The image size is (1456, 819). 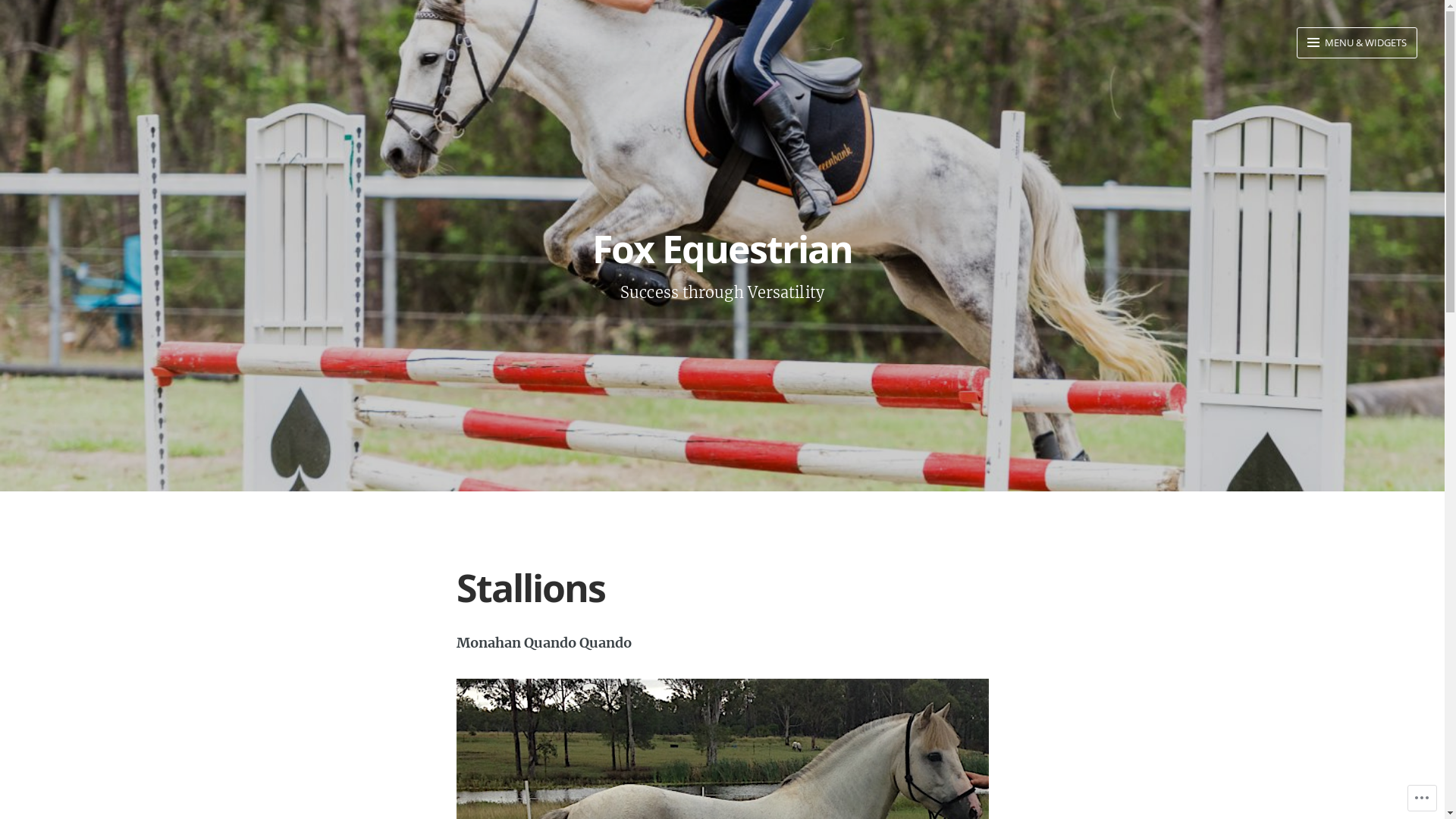 What do you see at coordinates (721, 247) in the screenshot?
I see `'Fox Equestrian'` at bounding box center [721, 247].